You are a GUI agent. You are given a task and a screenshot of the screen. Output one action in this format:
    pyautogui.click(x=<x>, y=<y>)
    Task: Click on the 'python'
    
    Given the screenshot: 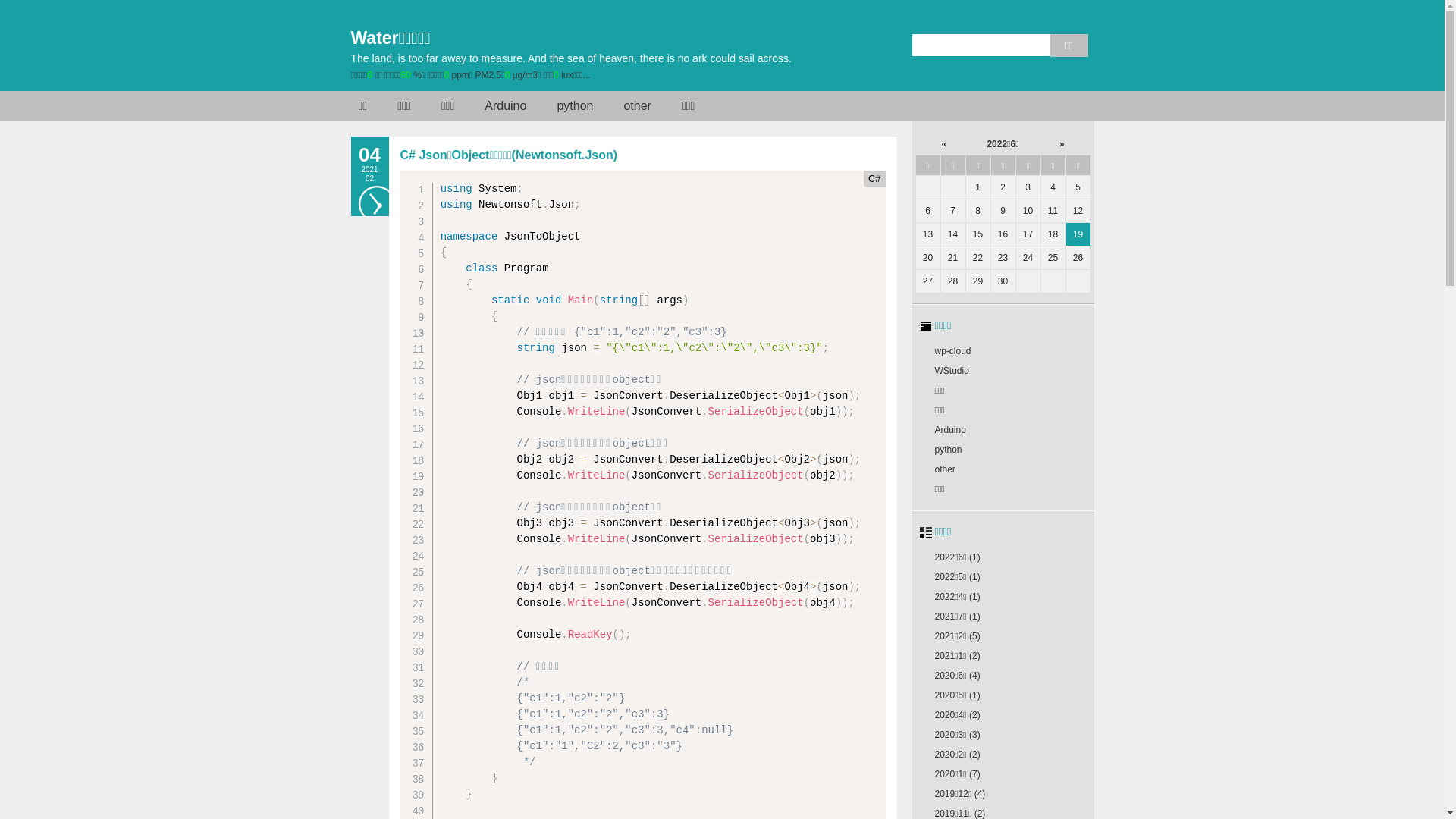 What is the action you would take?
    pyautogui.click(x=946, y=449)
    